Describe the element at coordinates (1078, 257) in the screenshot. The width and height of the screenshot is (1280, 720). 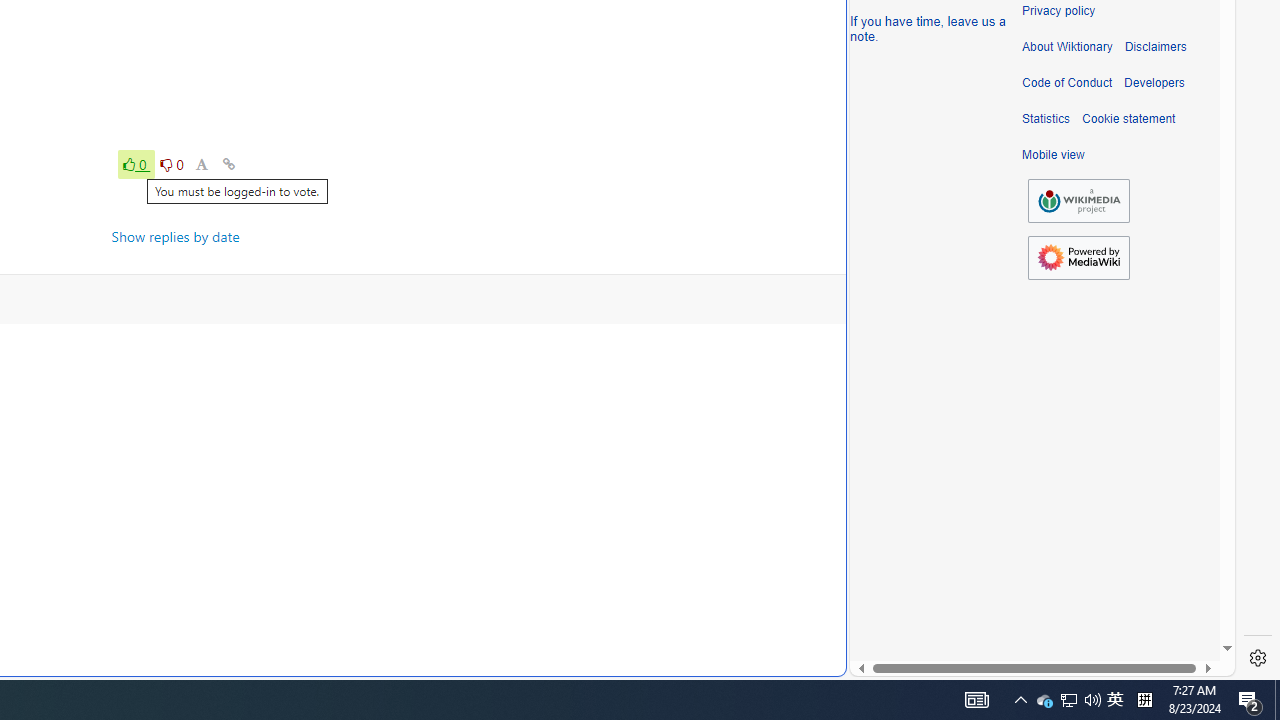
I see `'Powered by MediaWiki'` at that location.